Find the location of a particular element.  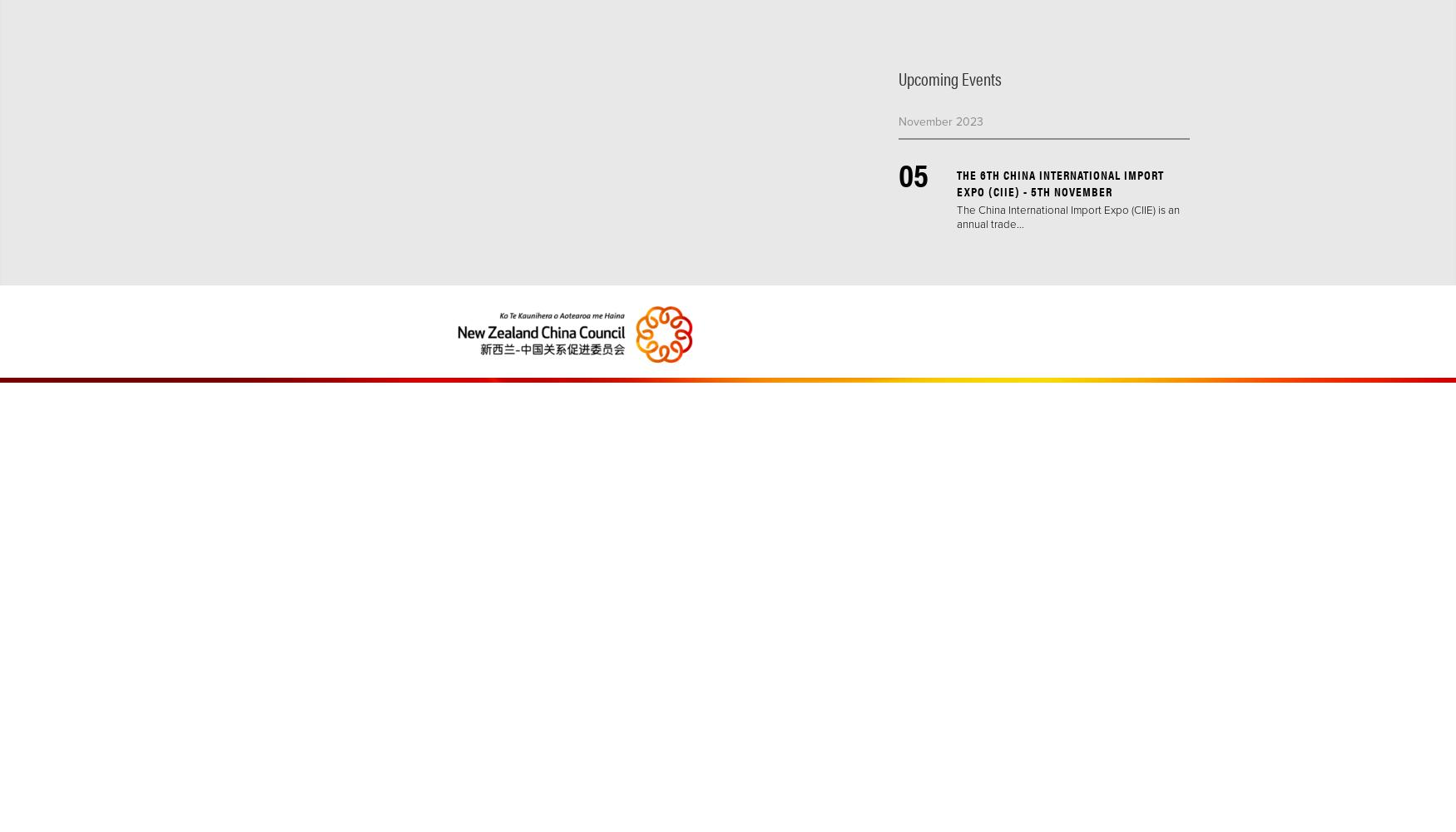

'The China International Import Expo (CIIE) is an annual trade…' is located at coordinates (1067, 217).